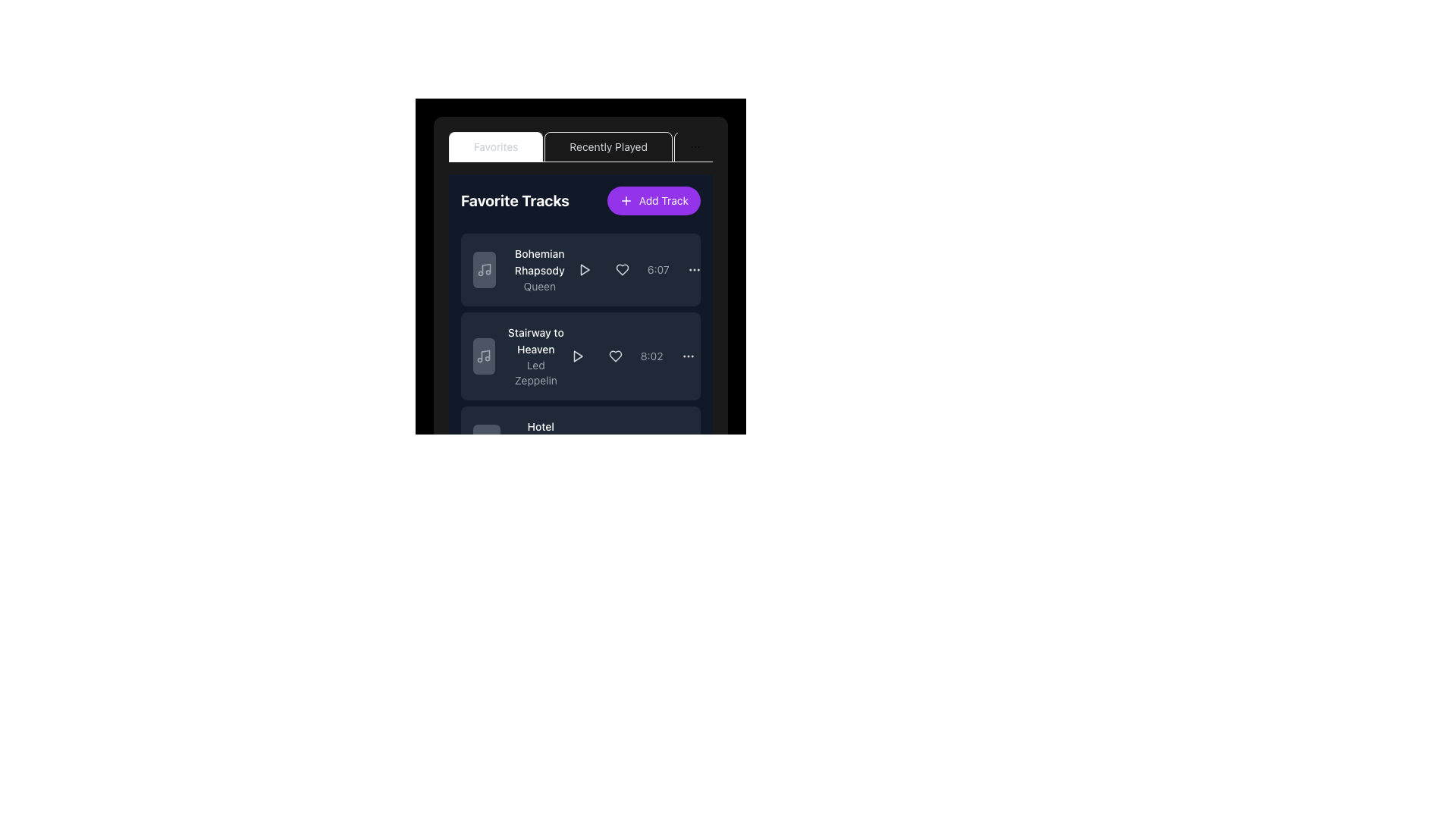  What do you see at coordinates (626, 200) in the screenshot?
I see `the plus icon located to the left of the 'Add Track' text label within the 'Add Track' button in the top-right section of the 'Favorite Tracks' panel` at bounding box center [626, 200].